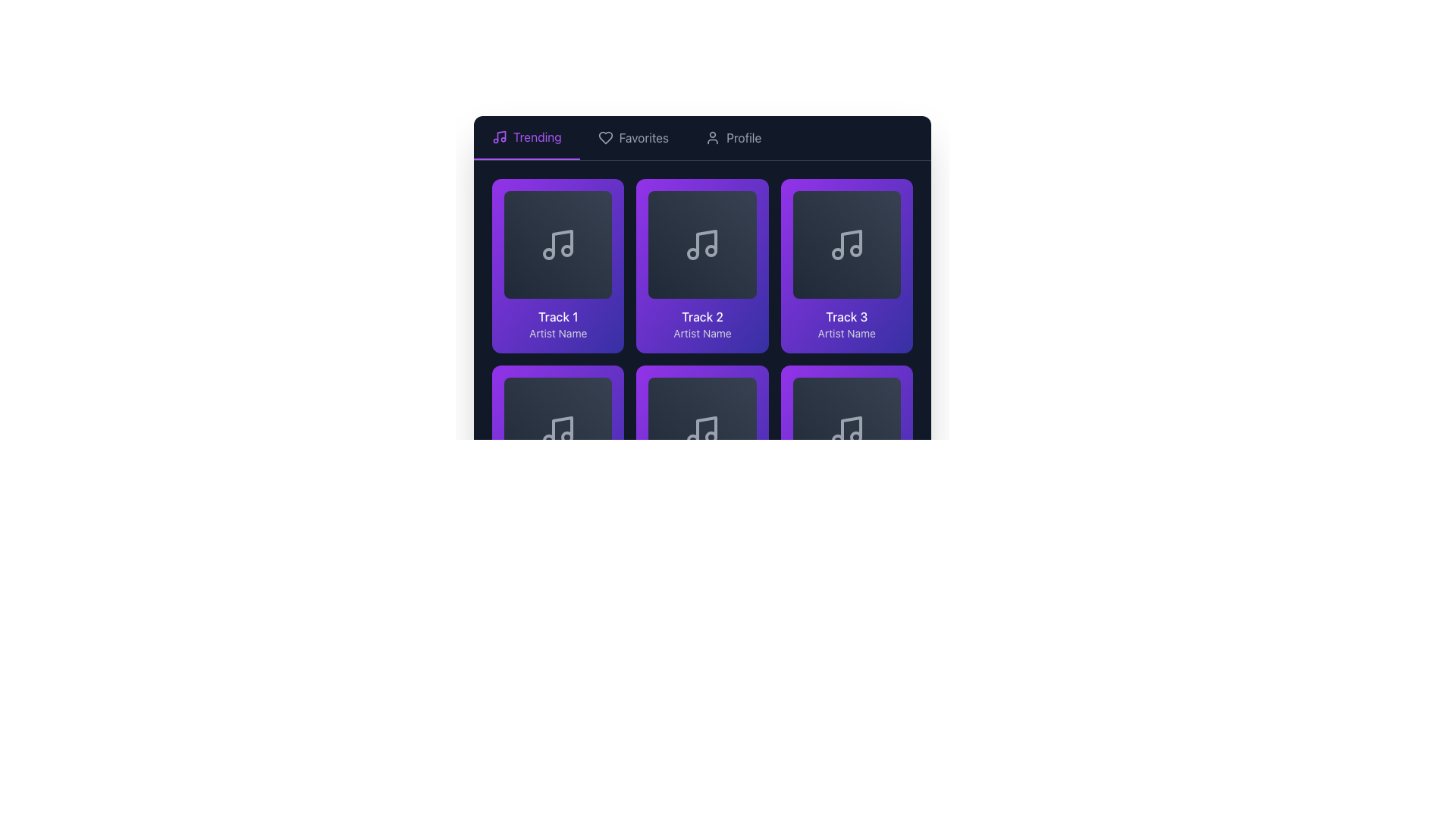 The height and width of the screenshot is (819, 1456). Describe the element at coordinates (836, 253) in the screenshot. I see `the leftmost circular element of the musical notes icon within the 'Track 3' card` at that location.